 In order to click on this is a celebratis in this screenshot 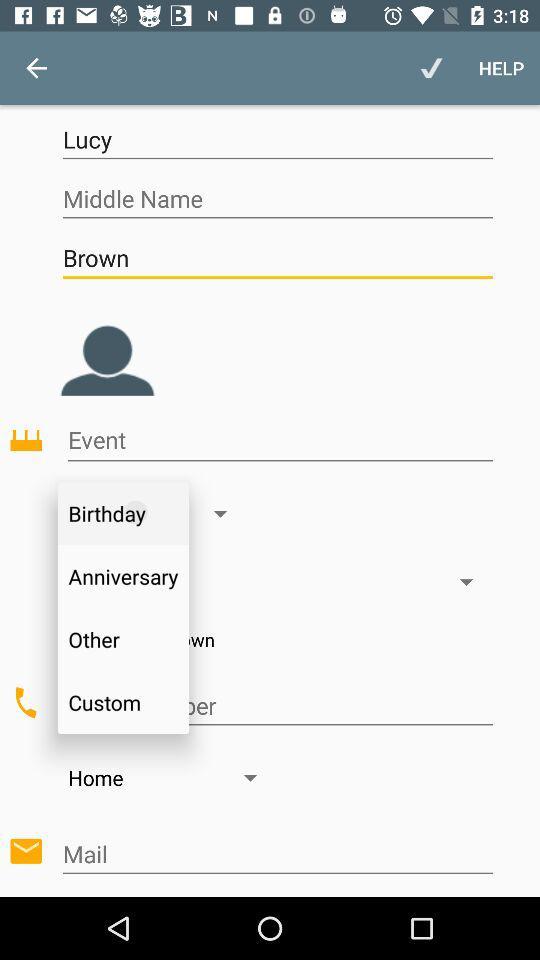, I will do `click(279, 440)`.